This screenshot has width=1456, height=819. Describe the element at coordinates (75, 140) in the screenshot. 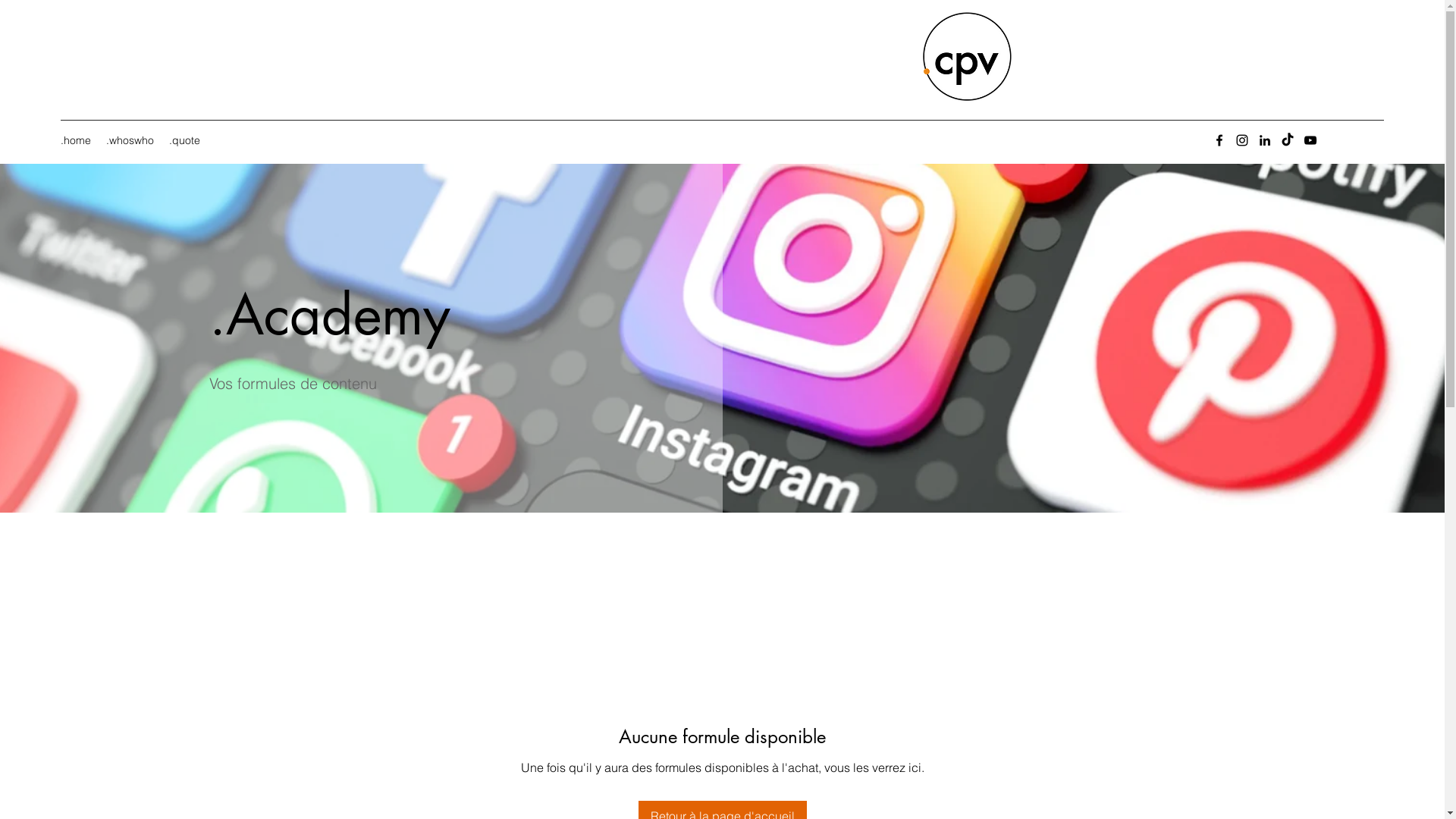

I see `'.home'` at that location.